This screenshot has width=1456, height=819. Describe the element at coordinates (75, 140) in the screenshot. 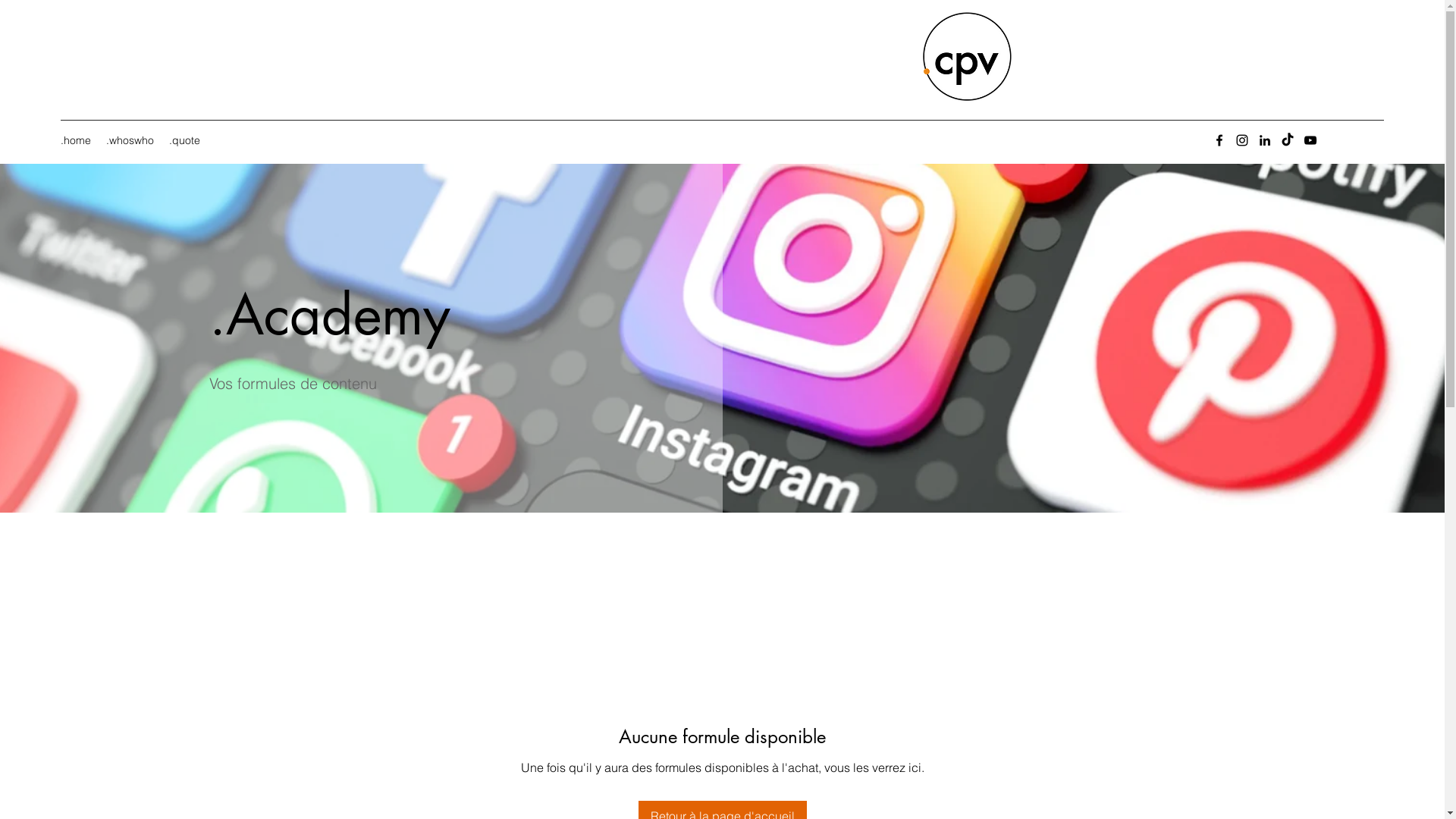

I see `'.home'` at that location.